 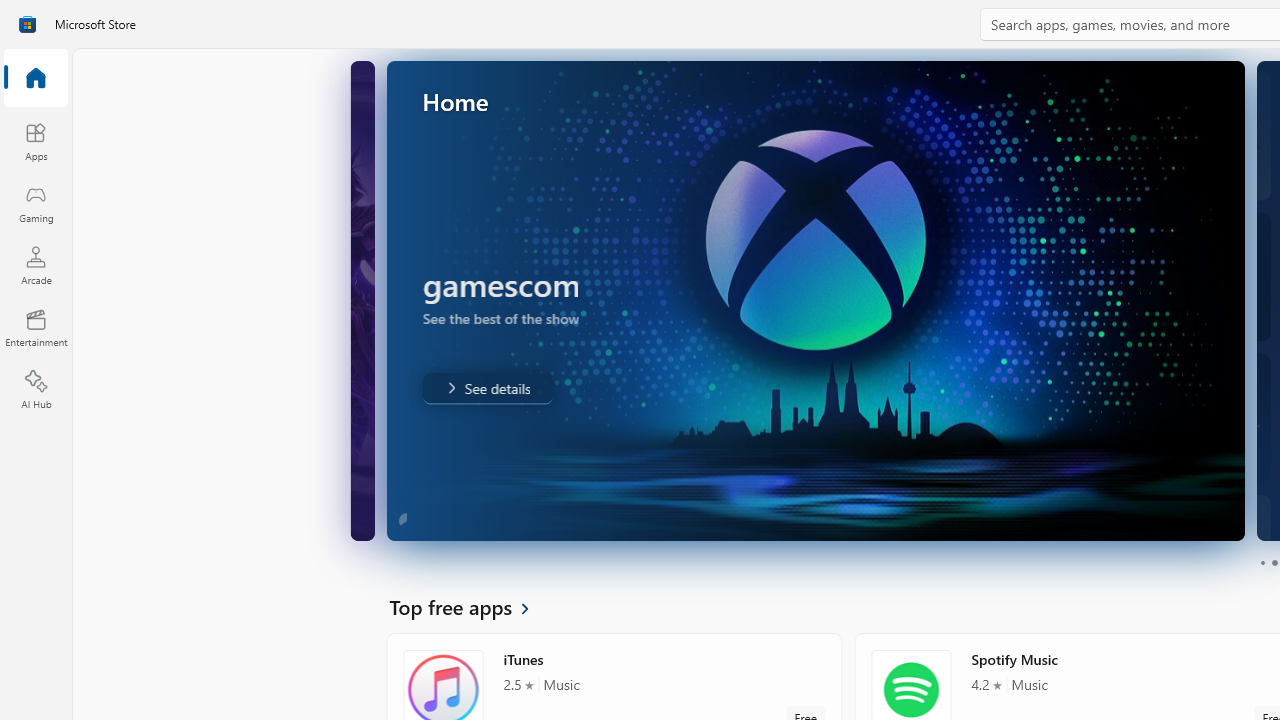 What do you see at coordinates (1261, 563) in the screenshot?
I see `'Page 1'` at bounding box center [1261, 563].